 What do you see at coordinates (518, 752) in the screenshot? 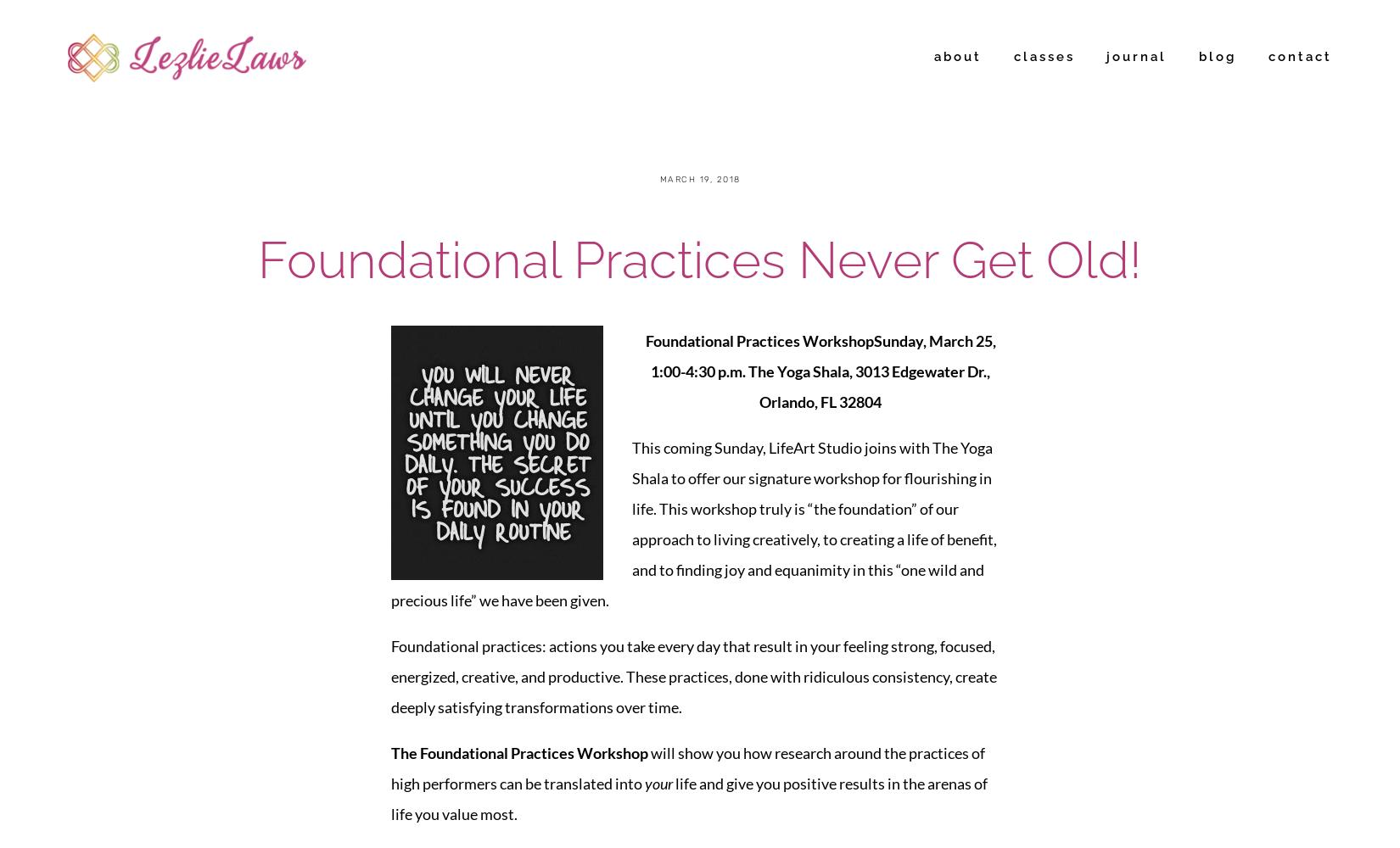
I see `'The Foundational Practices Workshop'` at bounding box center [518, 752].